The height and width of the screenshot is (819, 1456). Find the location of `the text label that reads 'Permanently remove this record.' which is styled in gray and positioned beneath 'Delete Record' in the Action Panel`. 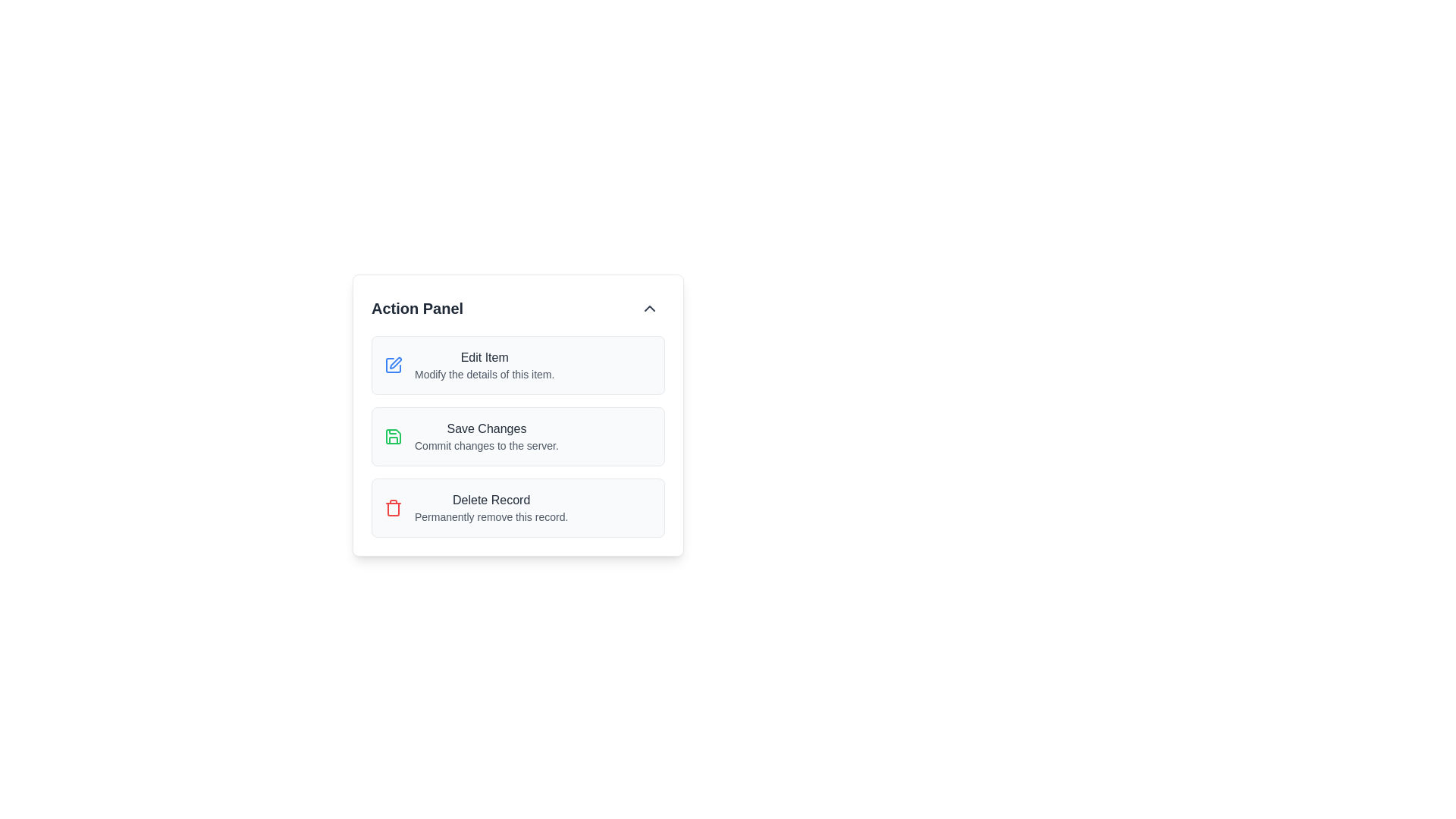

the text label that reads 'Permanently remove this record.' which is styled in gray and positioned beneath 'Delete Record' in the Action Panel is located at coordinates (491, 516).